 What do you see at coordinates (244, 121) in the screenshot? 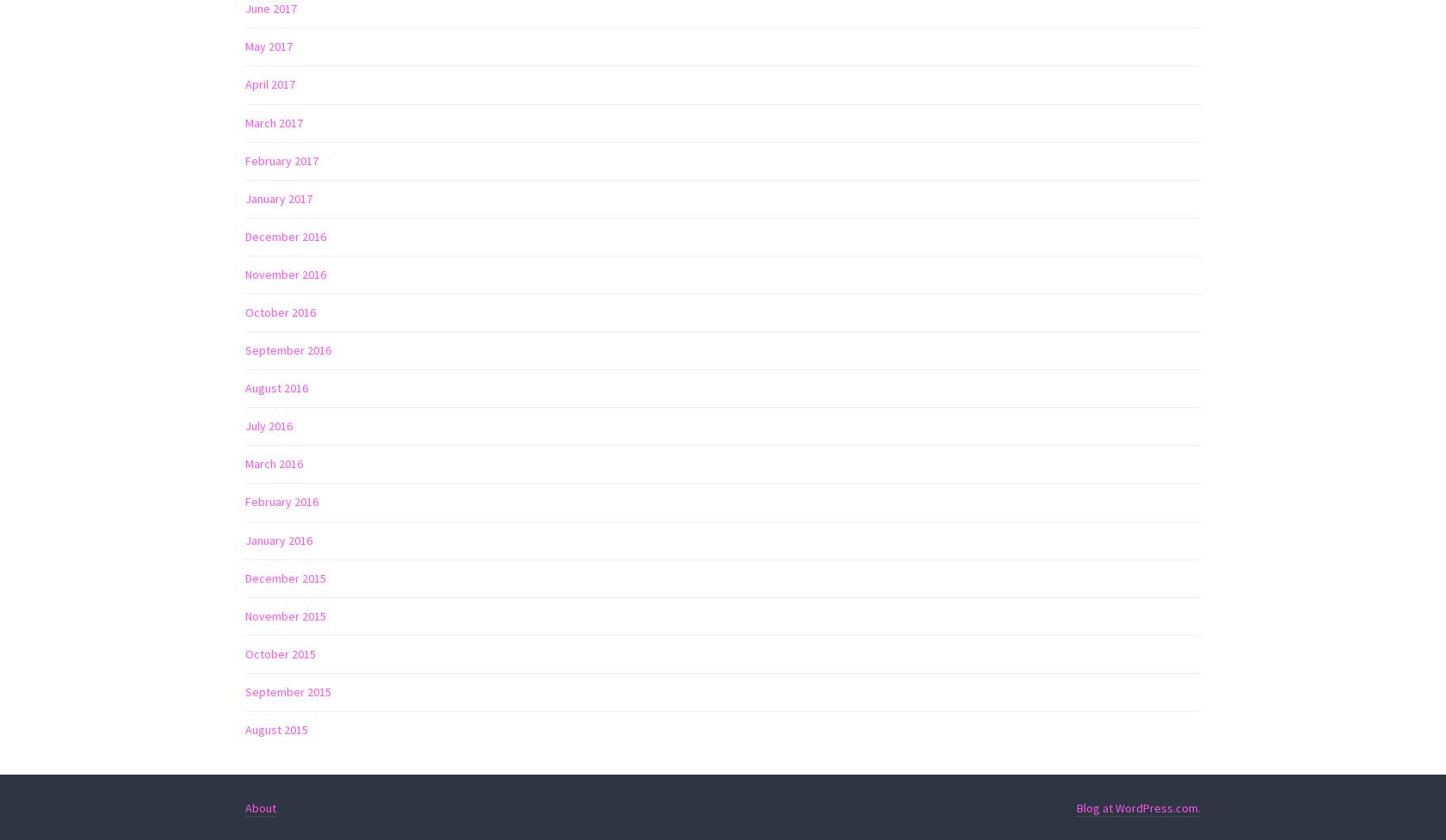
I see `'March 2017'` at bounding box center [244, 121].